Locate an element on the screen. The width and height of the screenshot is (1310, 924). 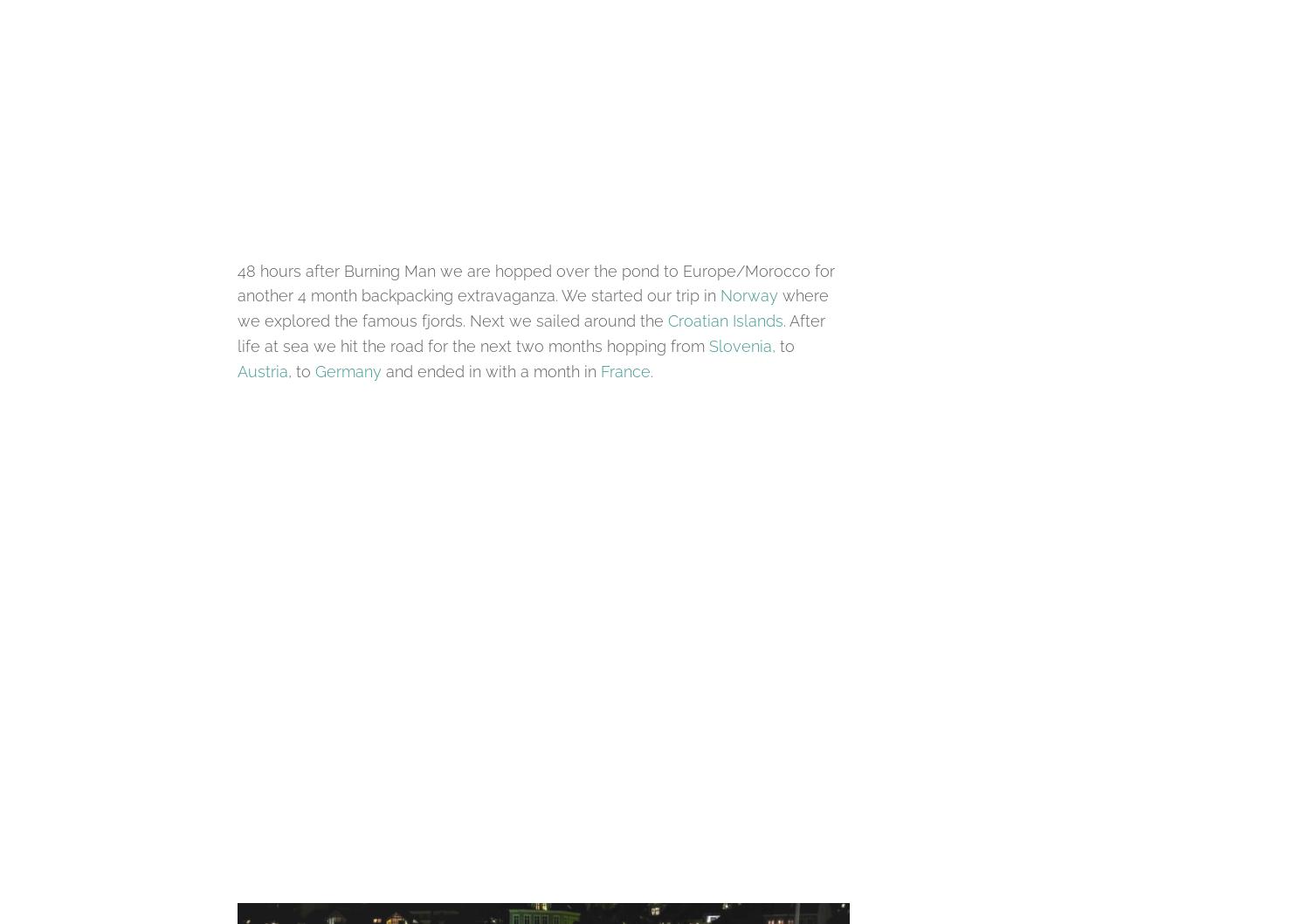
'. After life at sea we hit the road for the next two months hopping from' is located at coordinates (530, 334).